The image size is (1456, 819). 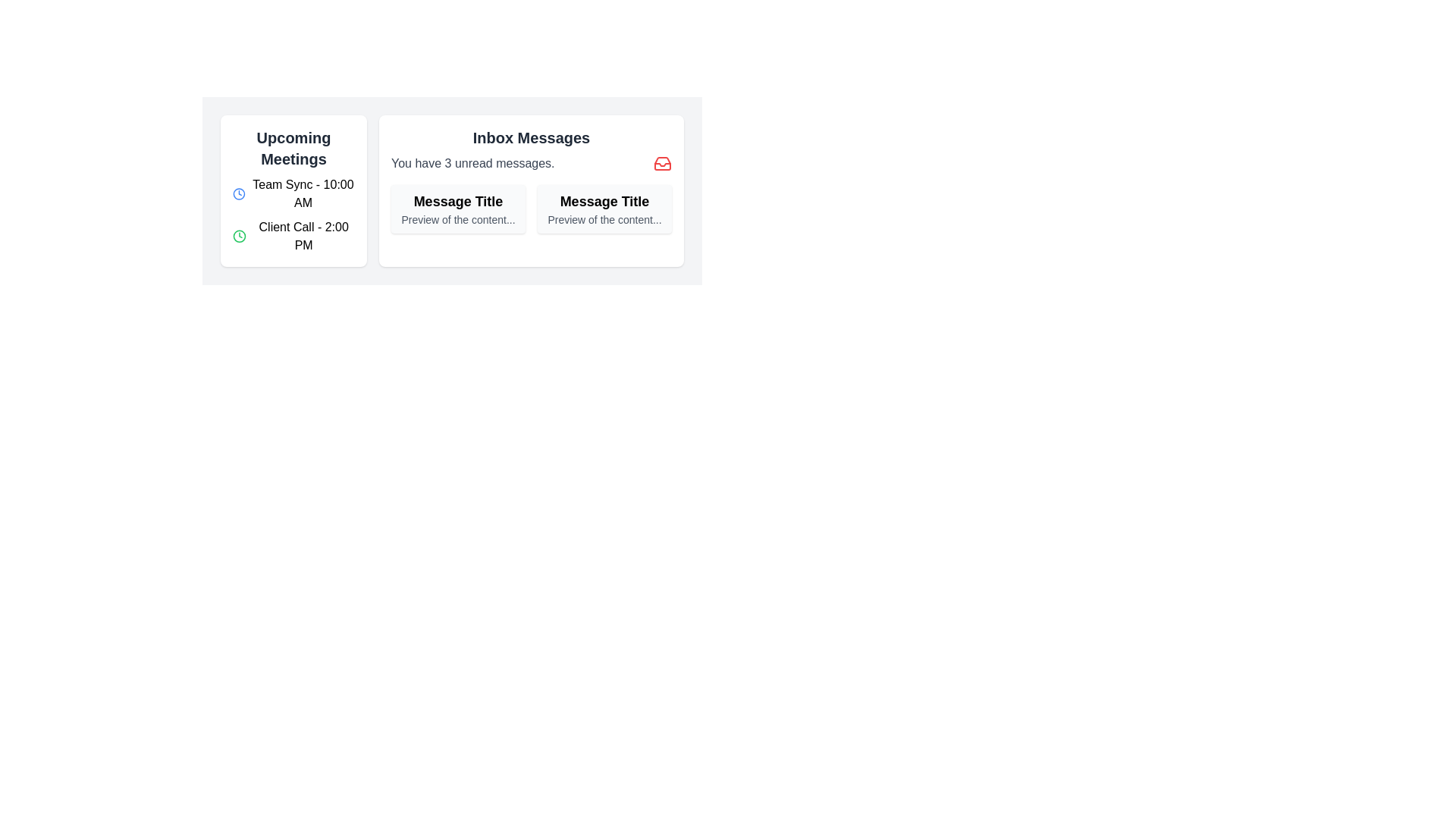 I want to click on the text preview located at the bottom of the second item in the Inbox Messages section, directly below the 'Message Title', so click(x=604, y=219).